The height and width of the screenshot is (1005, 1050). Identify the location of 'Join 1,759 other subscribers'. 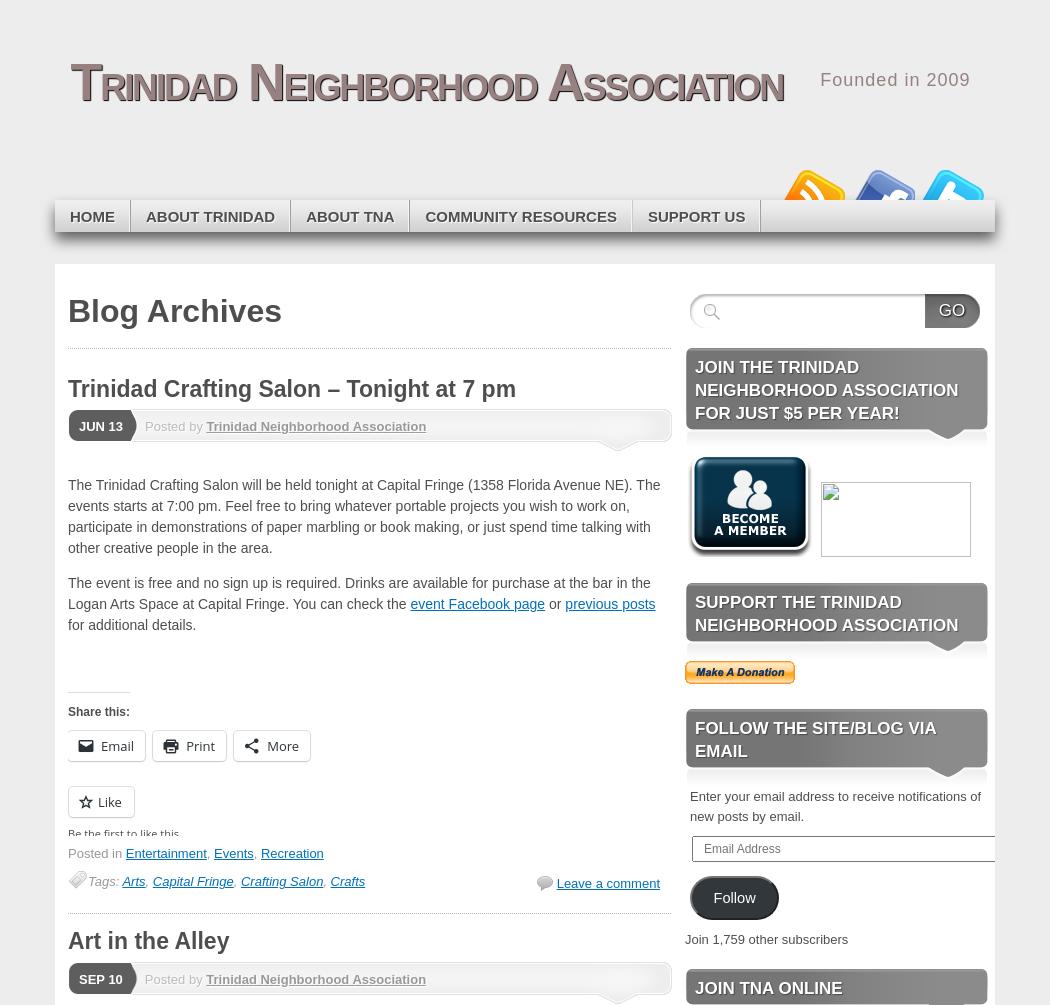
(766, 937).